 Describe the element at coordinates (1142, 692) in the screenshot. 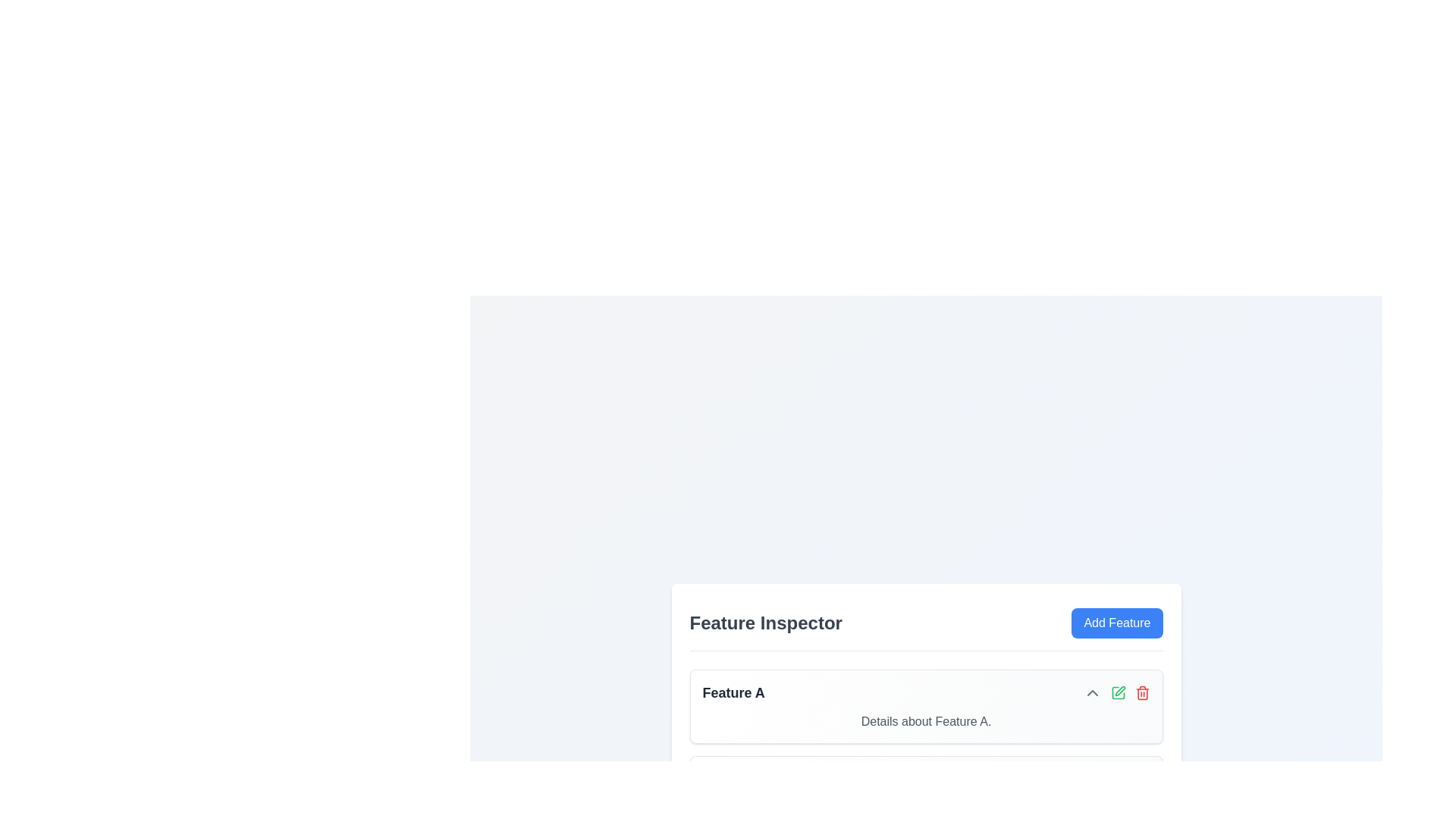

I see `the red trash bin icon button located at the far right of the feature list interface` at that location.